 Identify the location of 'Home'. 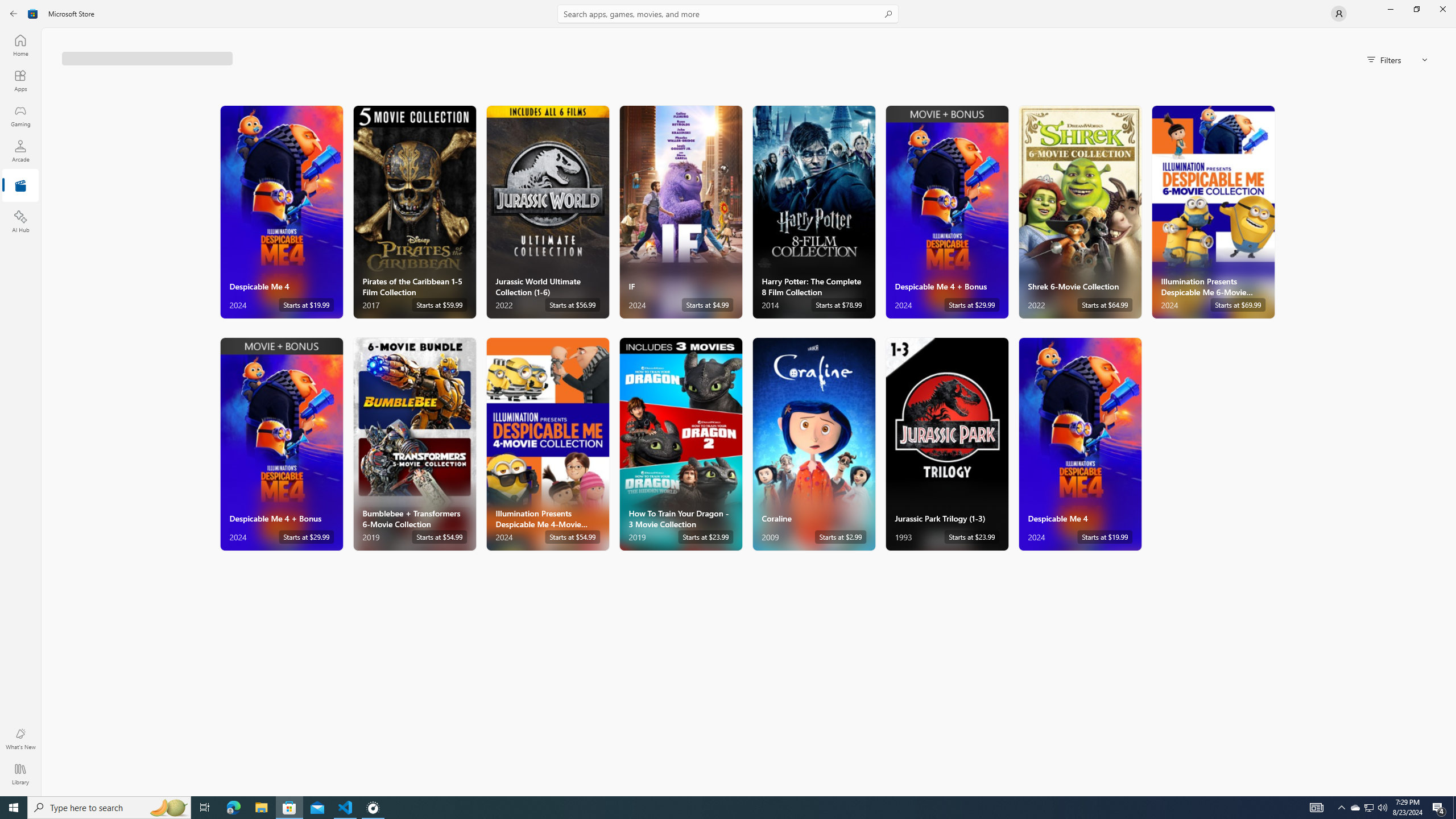
(19, 44).